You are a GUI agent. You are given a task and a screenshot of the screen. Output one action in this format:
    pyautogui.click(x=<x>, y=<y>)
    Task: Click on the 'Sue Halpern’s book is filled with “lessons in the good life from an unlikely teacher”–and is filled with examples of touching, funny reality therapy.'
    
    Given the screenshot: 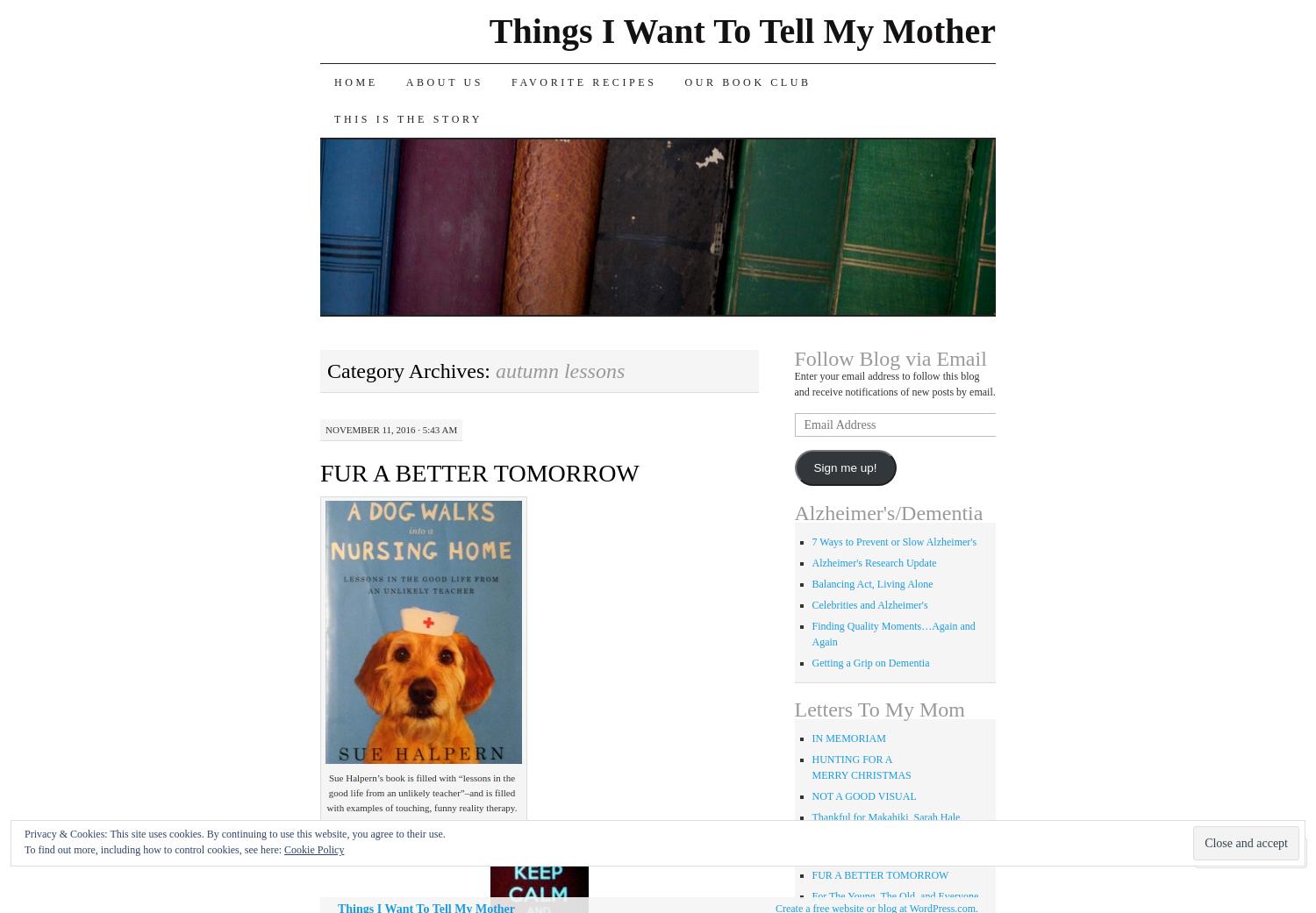 What is the action you would take?
    pyautogui.click(x=420, y=792)
    